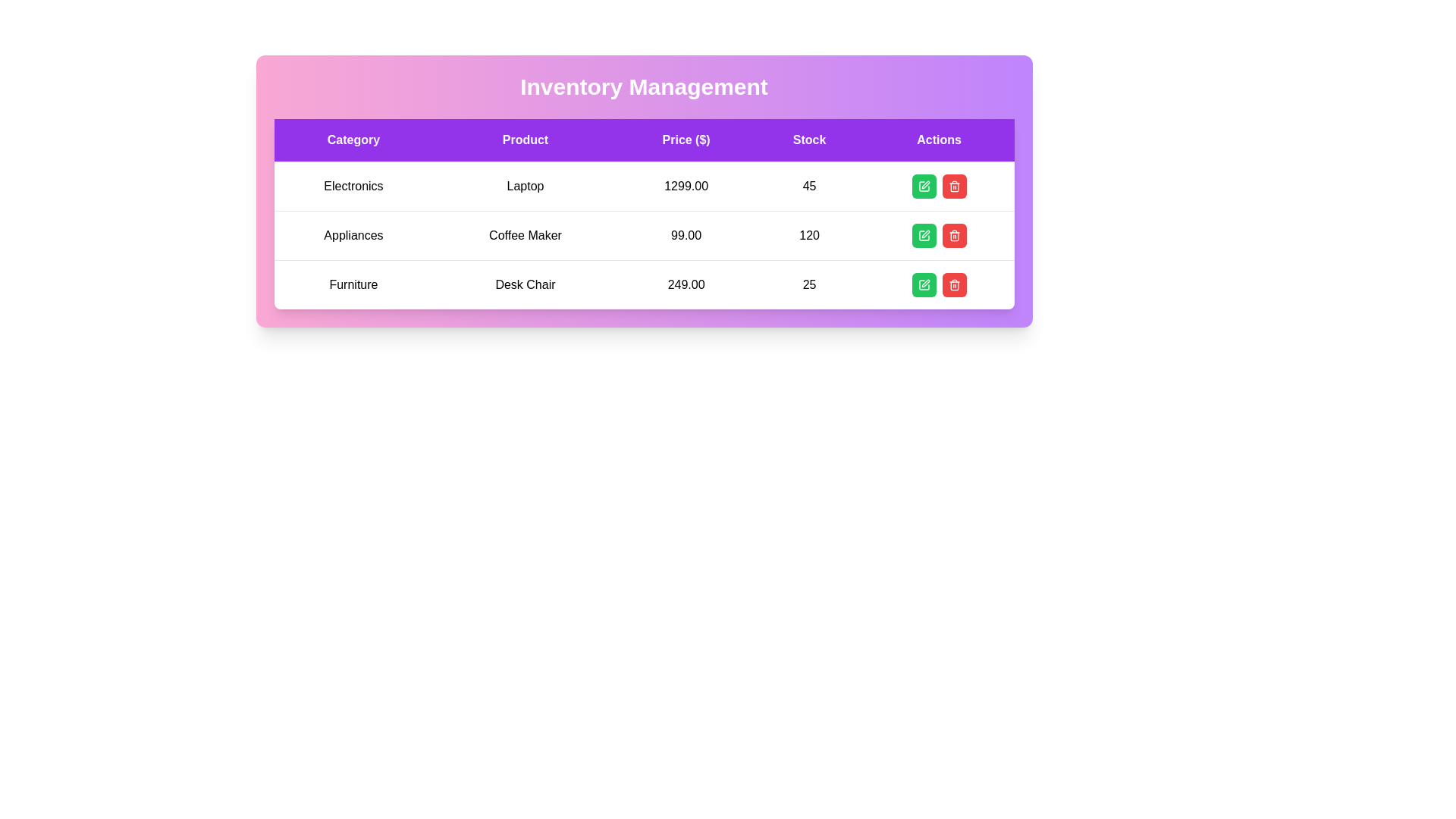 This screenshot has height=819, width=1456. What do you see at coordinates (644, 284) in the screenshot?
I see `the Table Row element representing the product listing for 'Desk Chair' in the 'Furniture' category, priced at '$249.00' with a stock count of '25'` at bounding box center [644, 284].